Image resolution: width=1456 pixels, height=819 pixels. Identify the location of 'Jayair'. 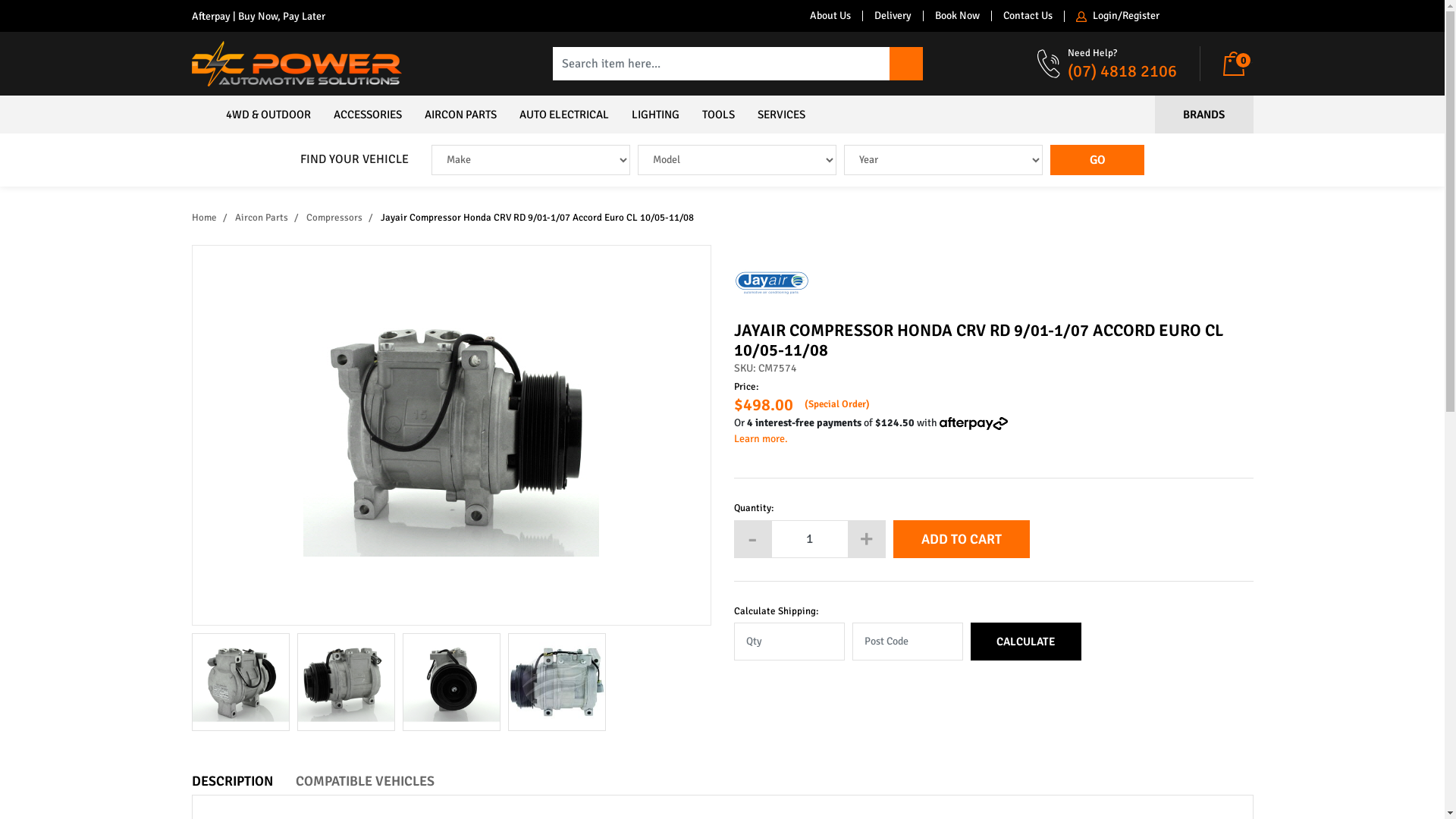
(771, 281).